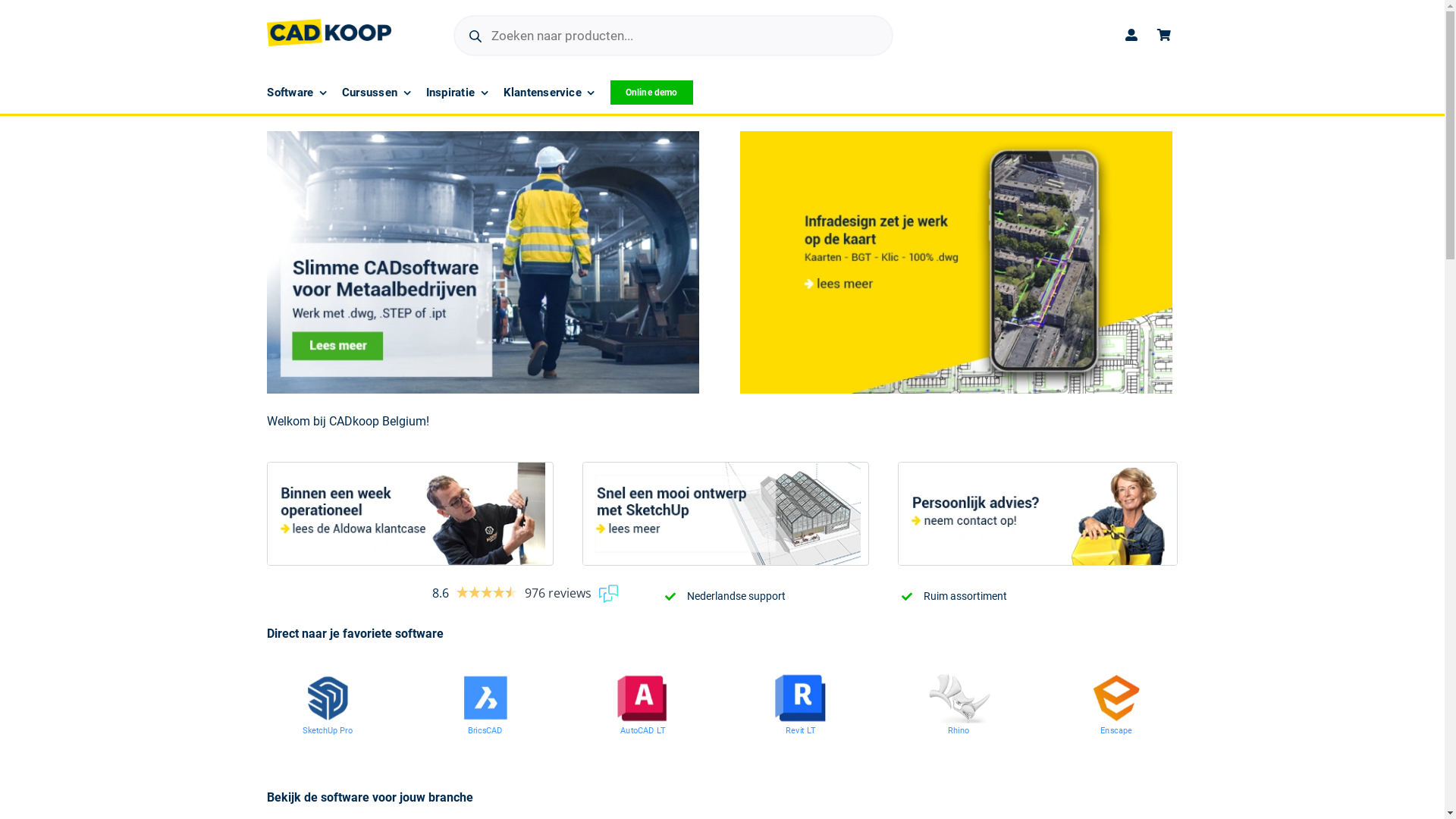 The image size is (1456, 819). What do you see at coordinates (1124, 731) in the screenshot?
I see `'Enscape'` at bounding box center [1124, 731].